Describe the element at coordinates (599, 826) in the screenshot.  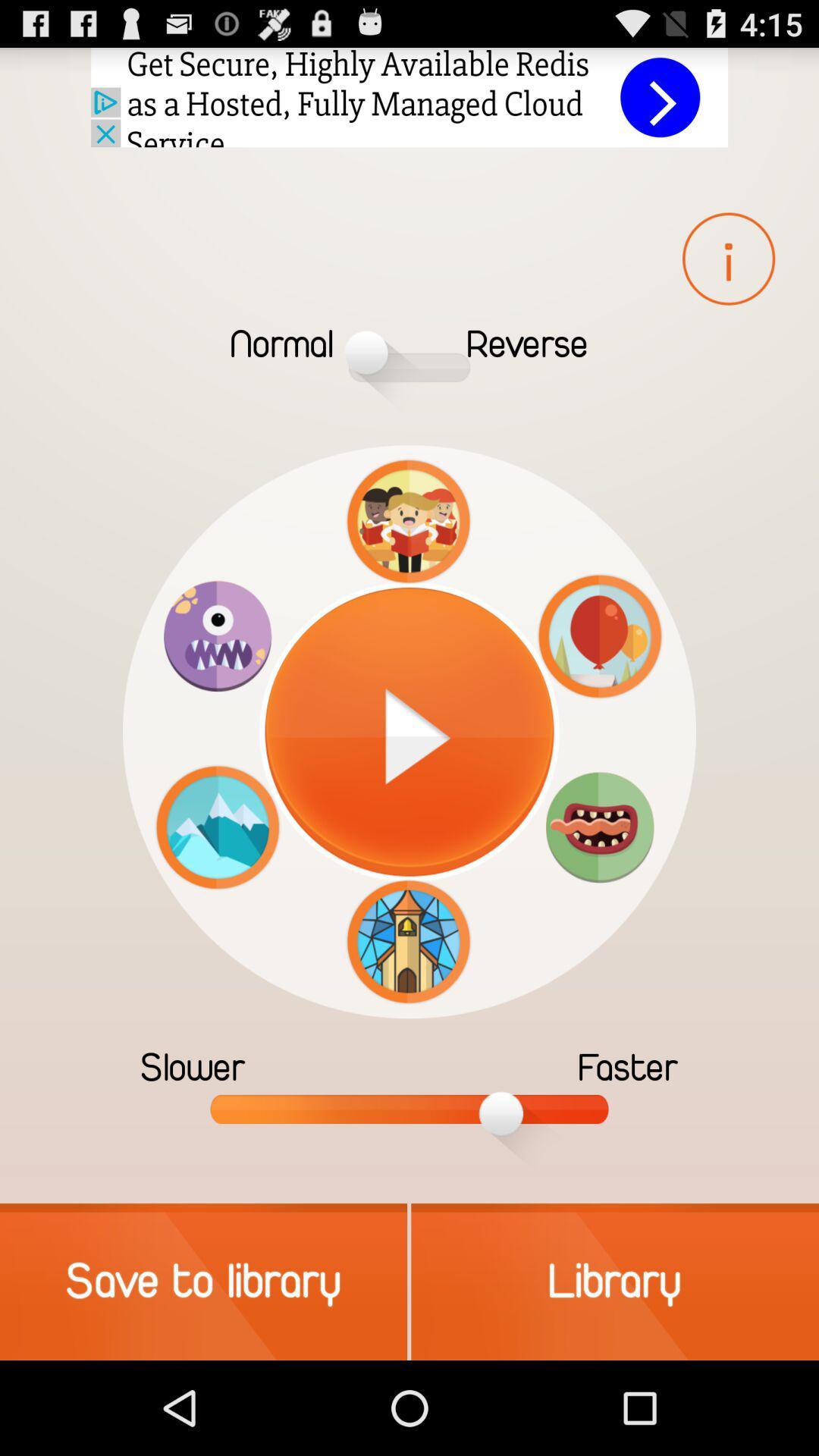
I see `the green icon on the wheel` at that location.